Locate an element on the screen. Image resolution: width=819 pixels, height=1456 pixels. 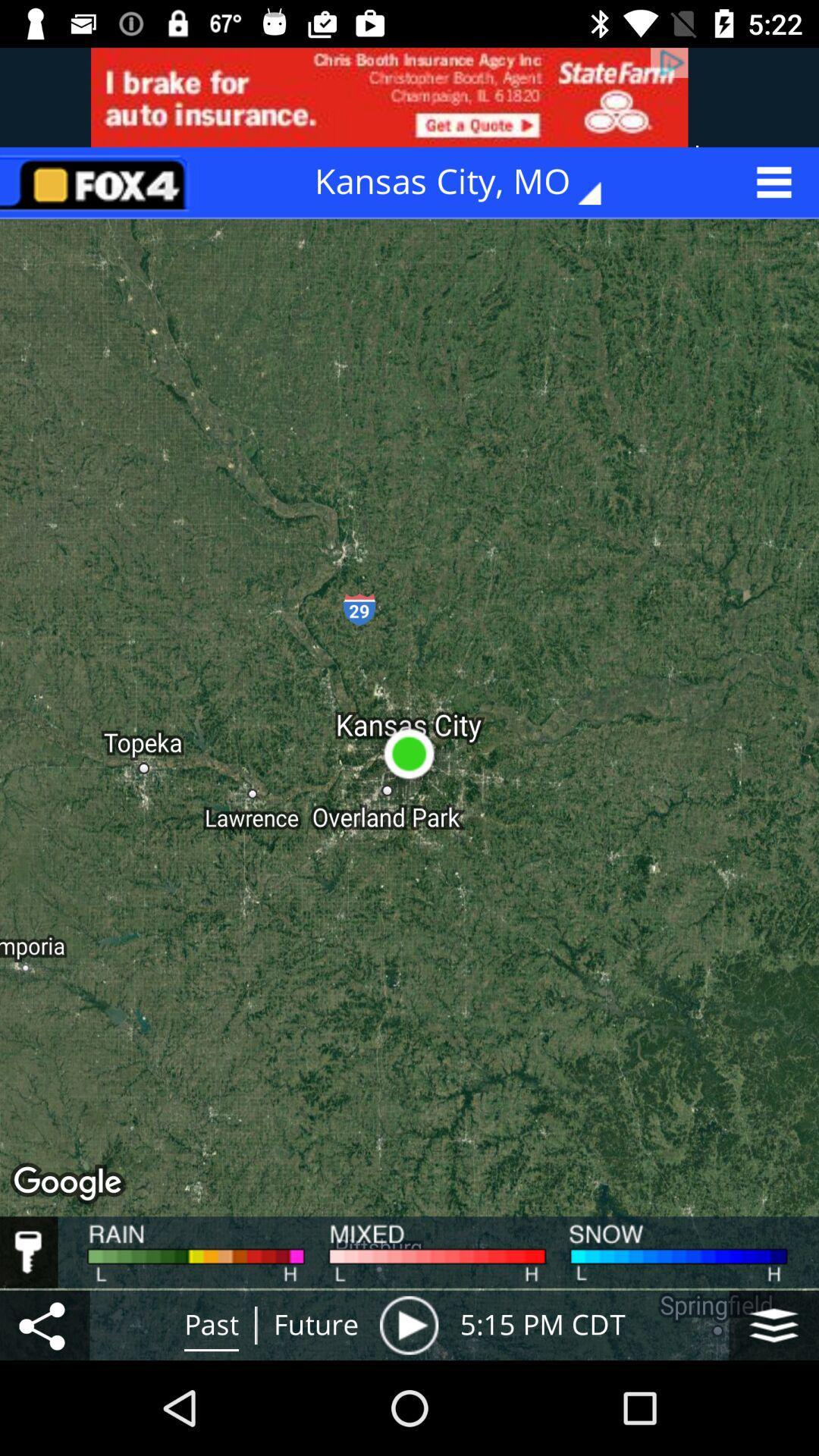
past weather is located at coordinates (408, 1324).